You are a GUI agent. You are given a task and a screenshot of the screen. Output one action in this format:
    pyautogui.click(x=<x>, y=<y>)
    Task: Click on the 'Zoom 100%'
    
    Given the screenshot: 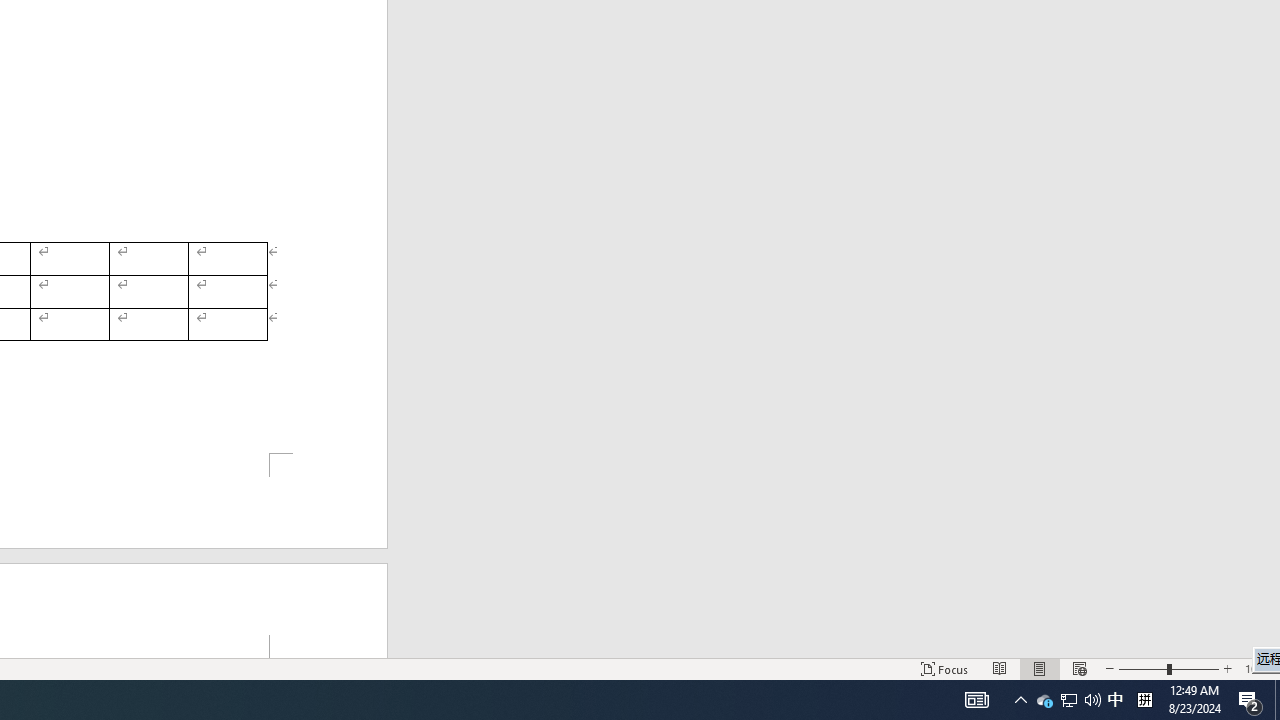 What is the action you would take?
    pyautogui.click(x=1257, y=669)
    